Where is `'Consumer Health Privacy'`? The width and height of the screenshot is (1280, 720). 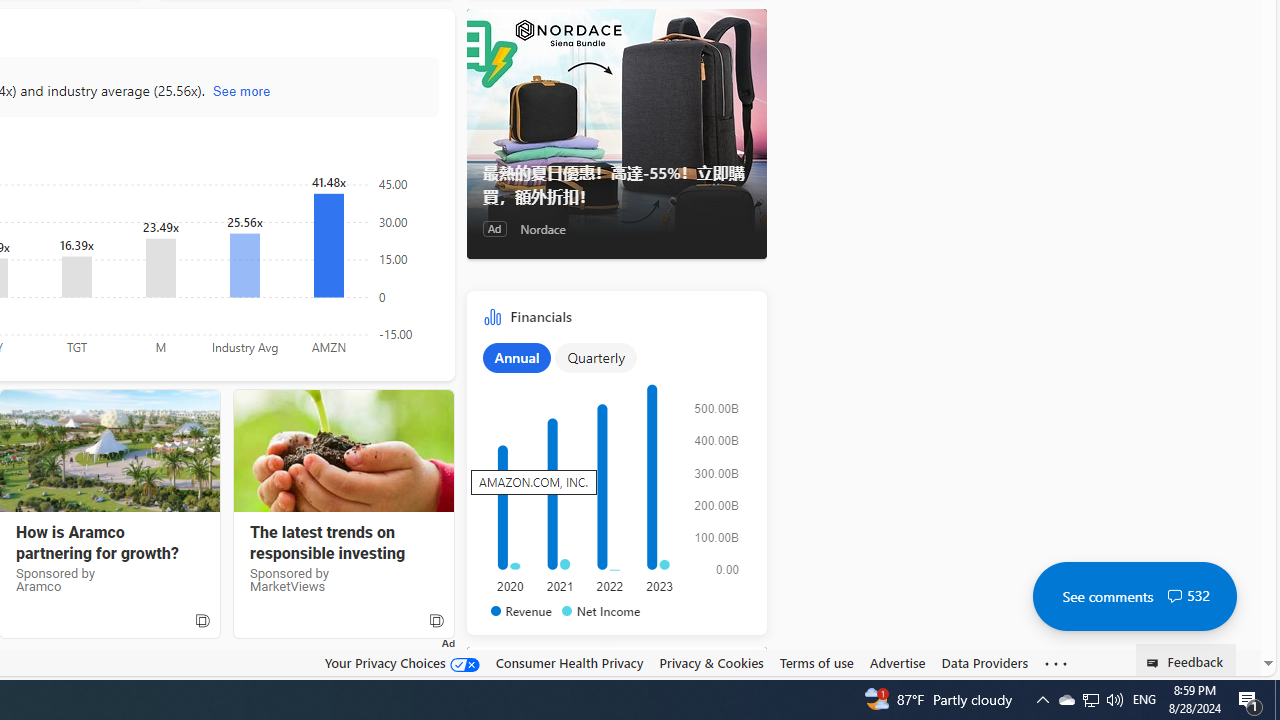 'Consumer Health Privacy' is located at coordinates (568, 663).